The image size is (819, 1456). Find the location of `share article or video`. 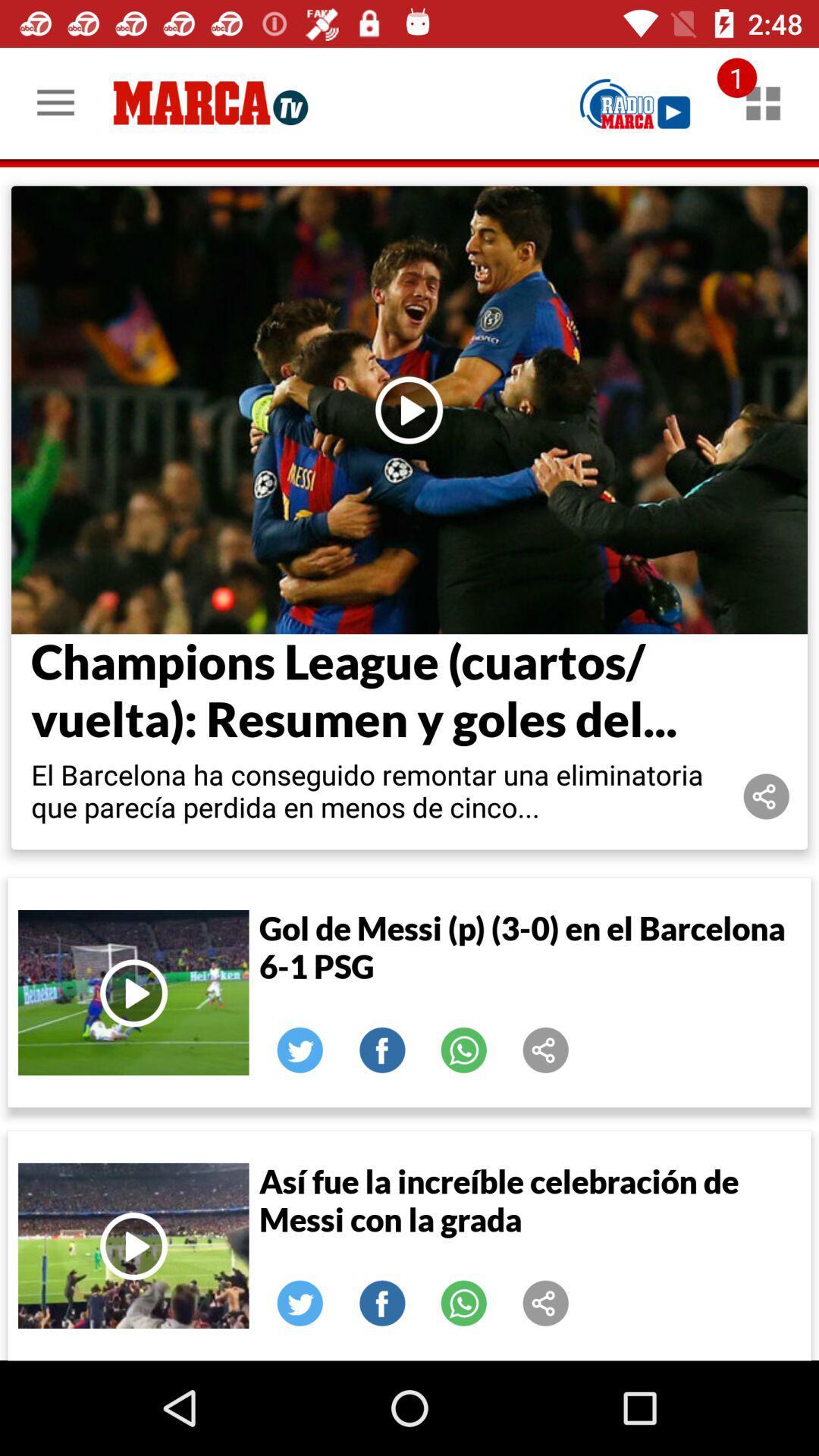

share article or video is located at coordinates (766, 795).